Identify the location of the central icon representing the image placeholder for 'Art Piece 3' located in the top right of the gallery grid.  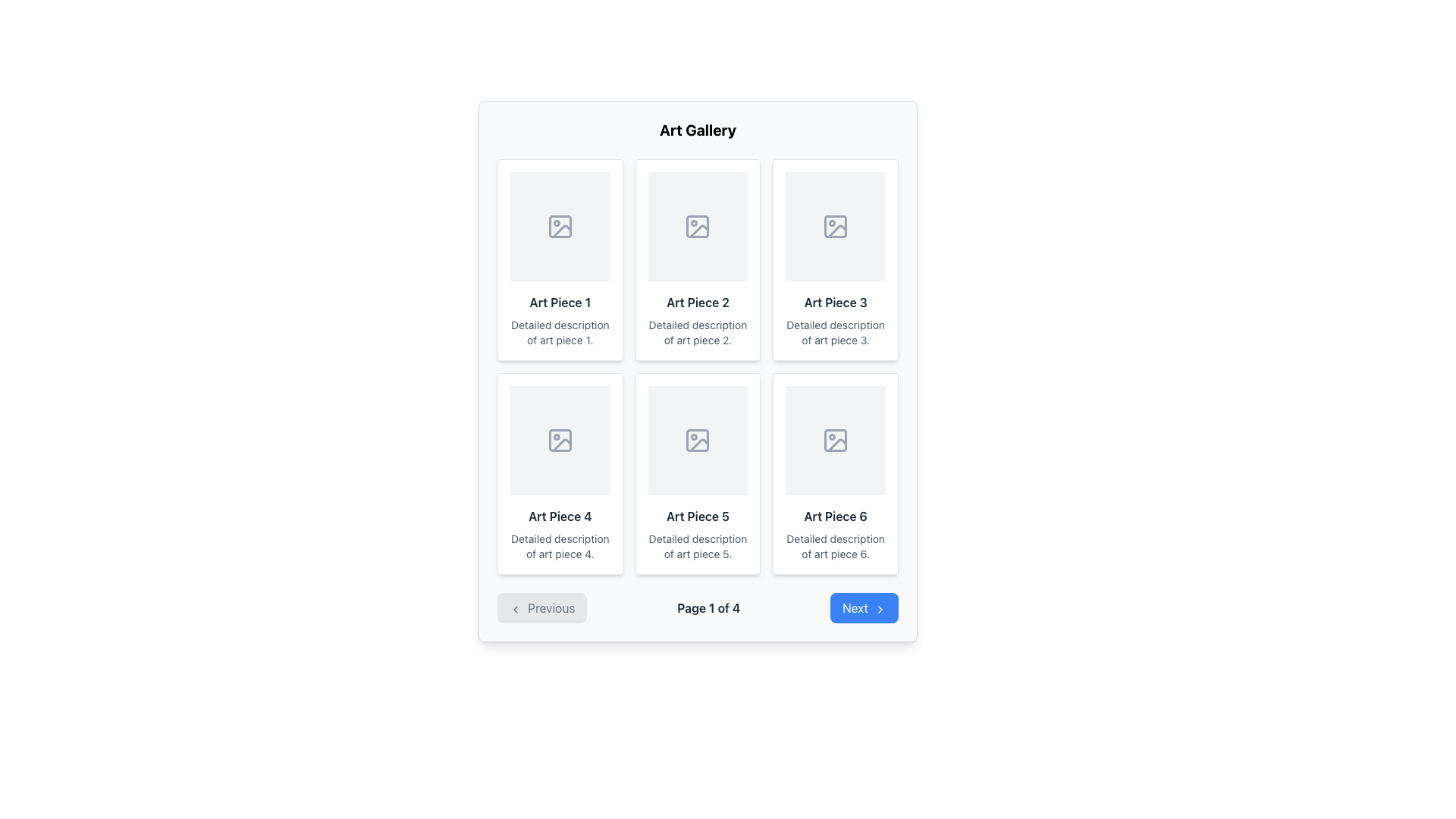
(835, 227).